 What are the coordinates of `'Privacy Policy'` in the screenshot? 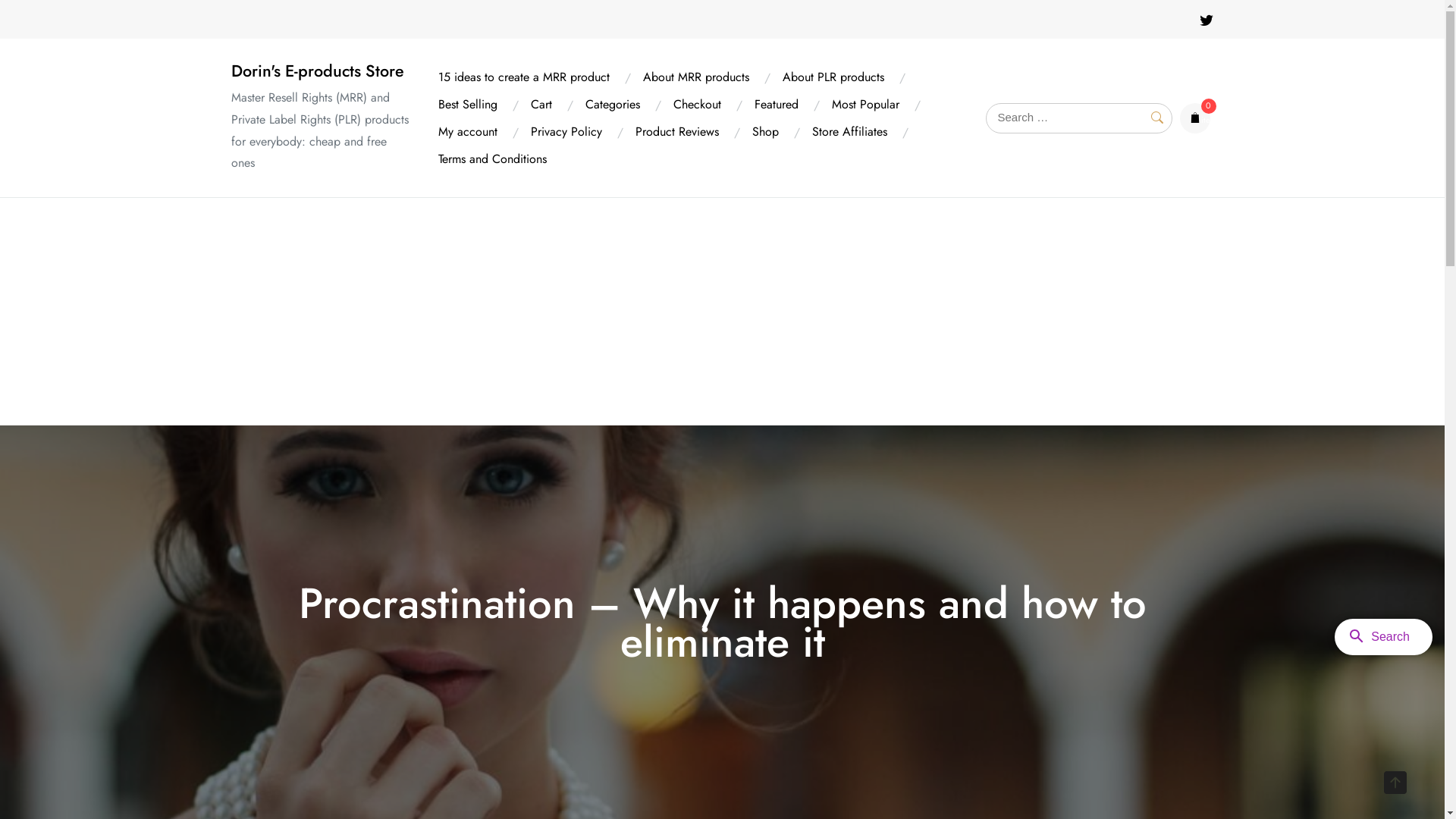 It's located at (566, 130).